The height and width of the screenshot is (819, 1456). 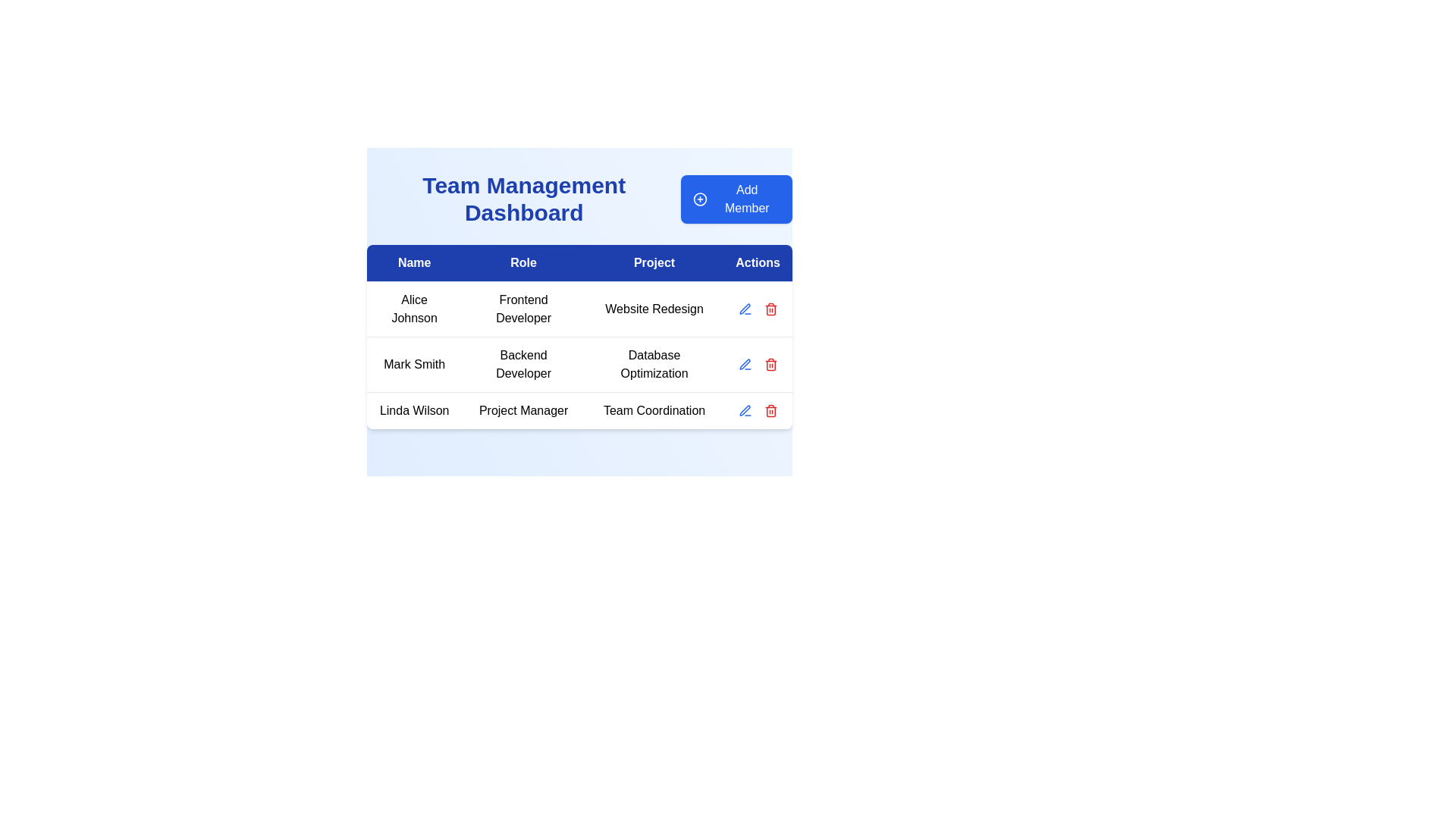 What do you see at coordinates (579, 410) in the screenshot?
I see `the table row element containing information about 'Linda Wilson', including their role as 'Project Manager' and project 'Team Coordination'` at bounding box center [579, 410].